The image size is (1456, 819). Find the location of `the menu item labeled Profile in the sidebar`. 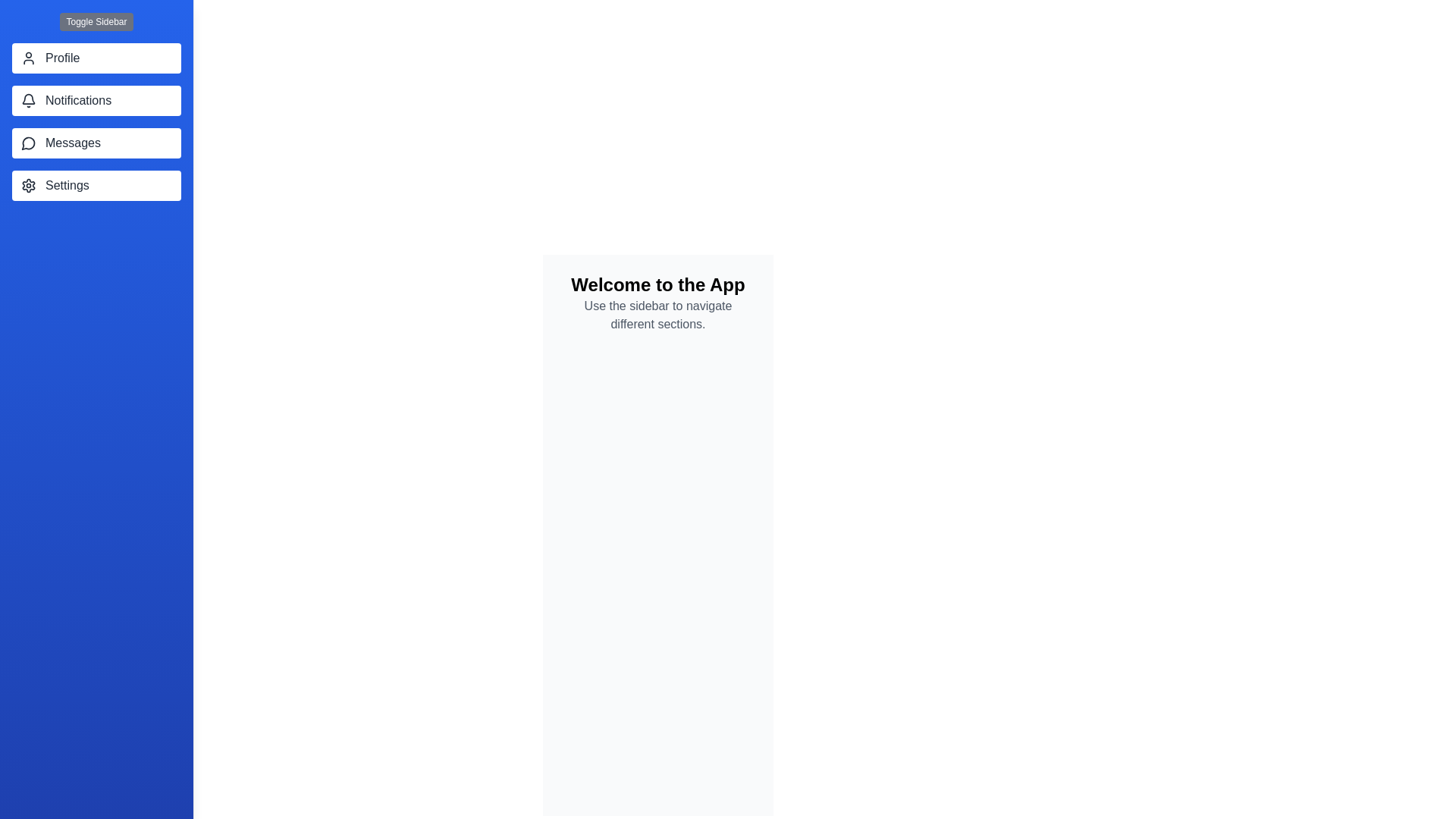

the menu item labeled Profile in the sidebar is located at coordinates (96, 58).